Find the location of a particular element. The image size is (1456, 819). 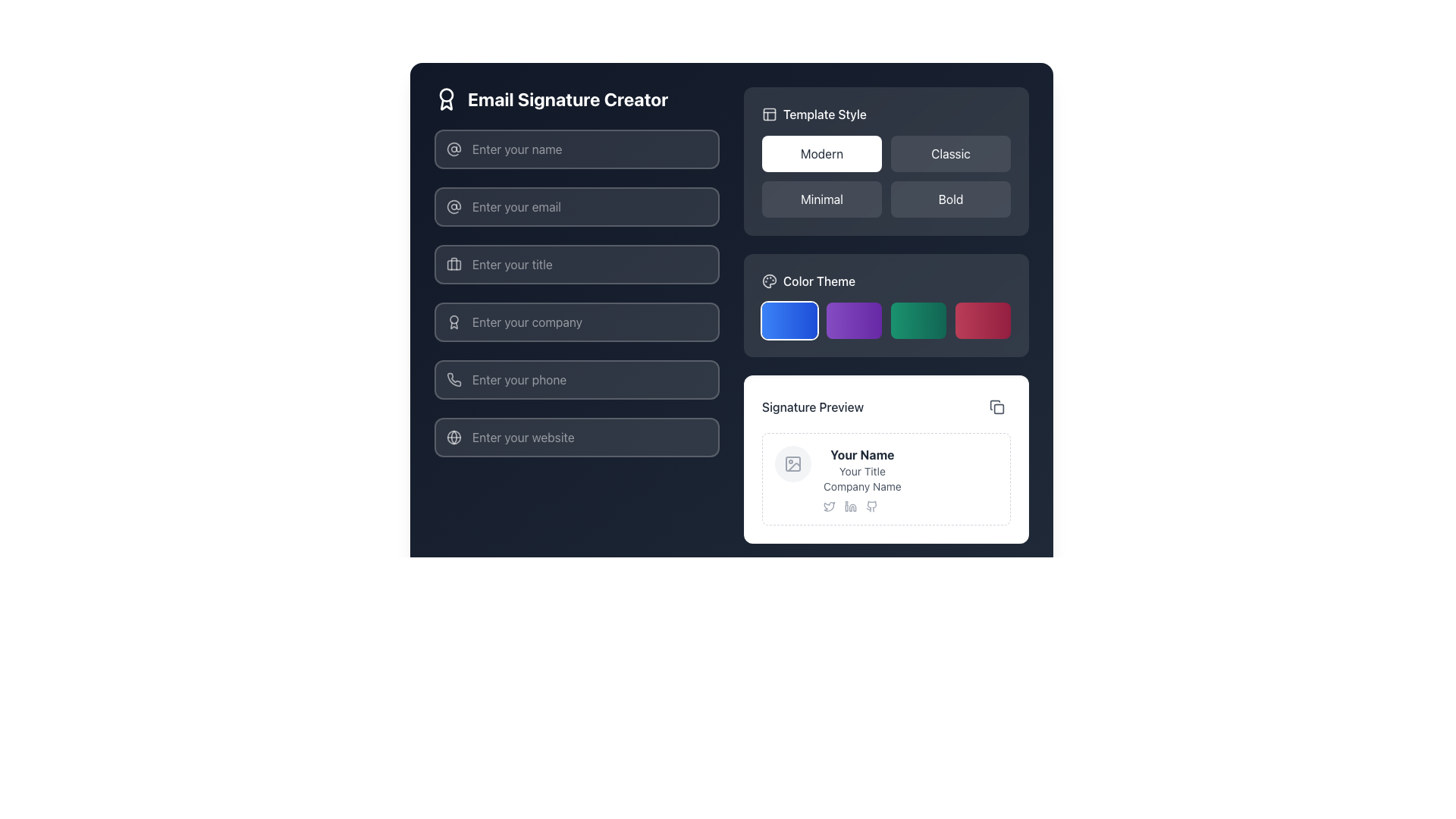

the button located in the top-right corner of the 'Color Theme' section, which provides additional information related to the Color Theme is located at coordinates (967, 268).